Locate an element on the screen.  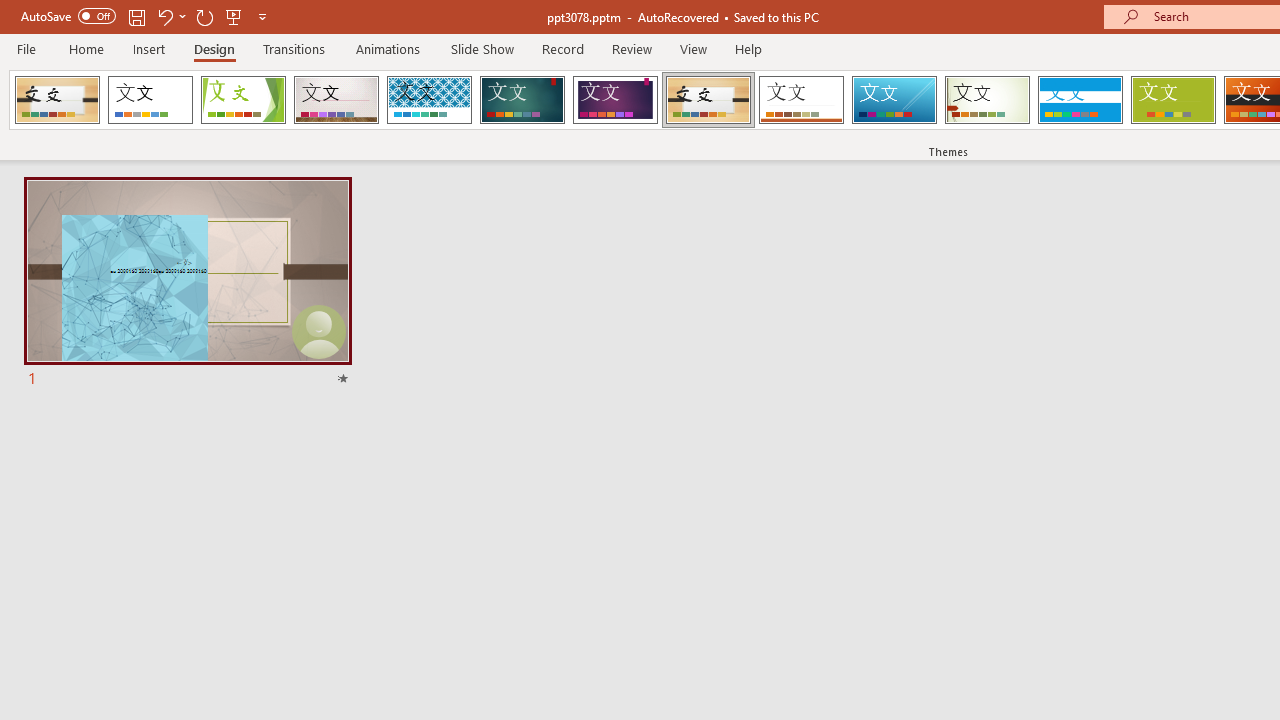
'Wisp' is located at coordinates (987, 100).